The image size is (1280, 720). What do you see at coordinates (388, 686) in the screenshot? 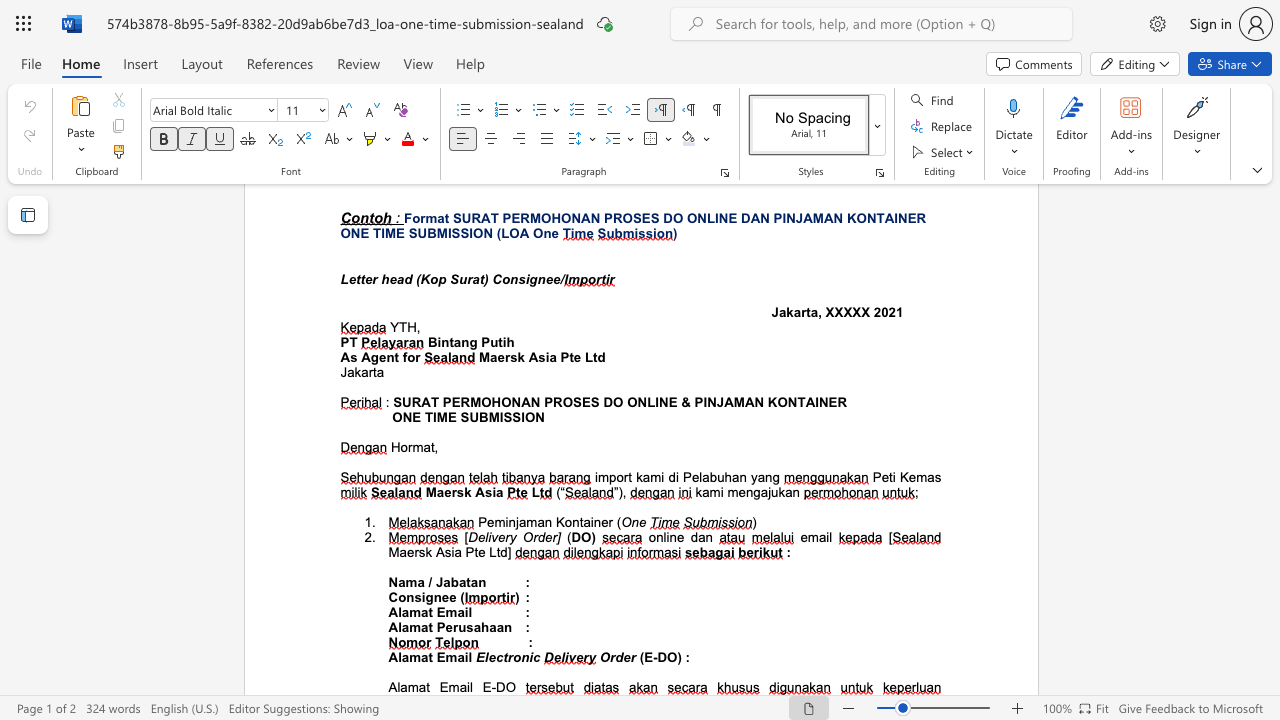
I see `the subset text "Al" within the text "Alamat Email E-DO"` at bounding box center [388, 686].